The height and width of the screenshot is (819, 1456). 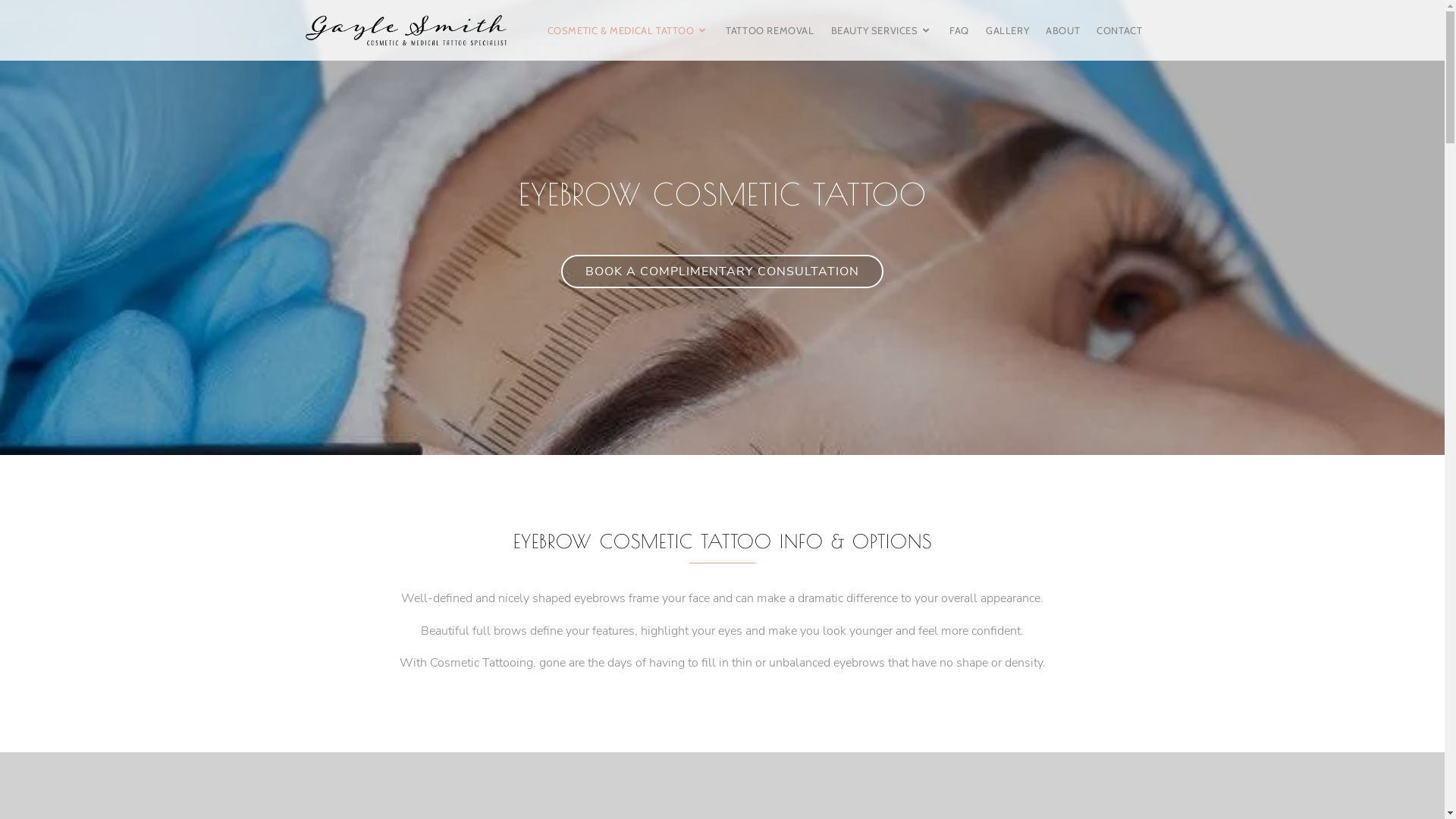 What do you see at coordinates (1062, 30) in the screenshot?
I see `'ABOUT'` at bounding box center [1062, 30].